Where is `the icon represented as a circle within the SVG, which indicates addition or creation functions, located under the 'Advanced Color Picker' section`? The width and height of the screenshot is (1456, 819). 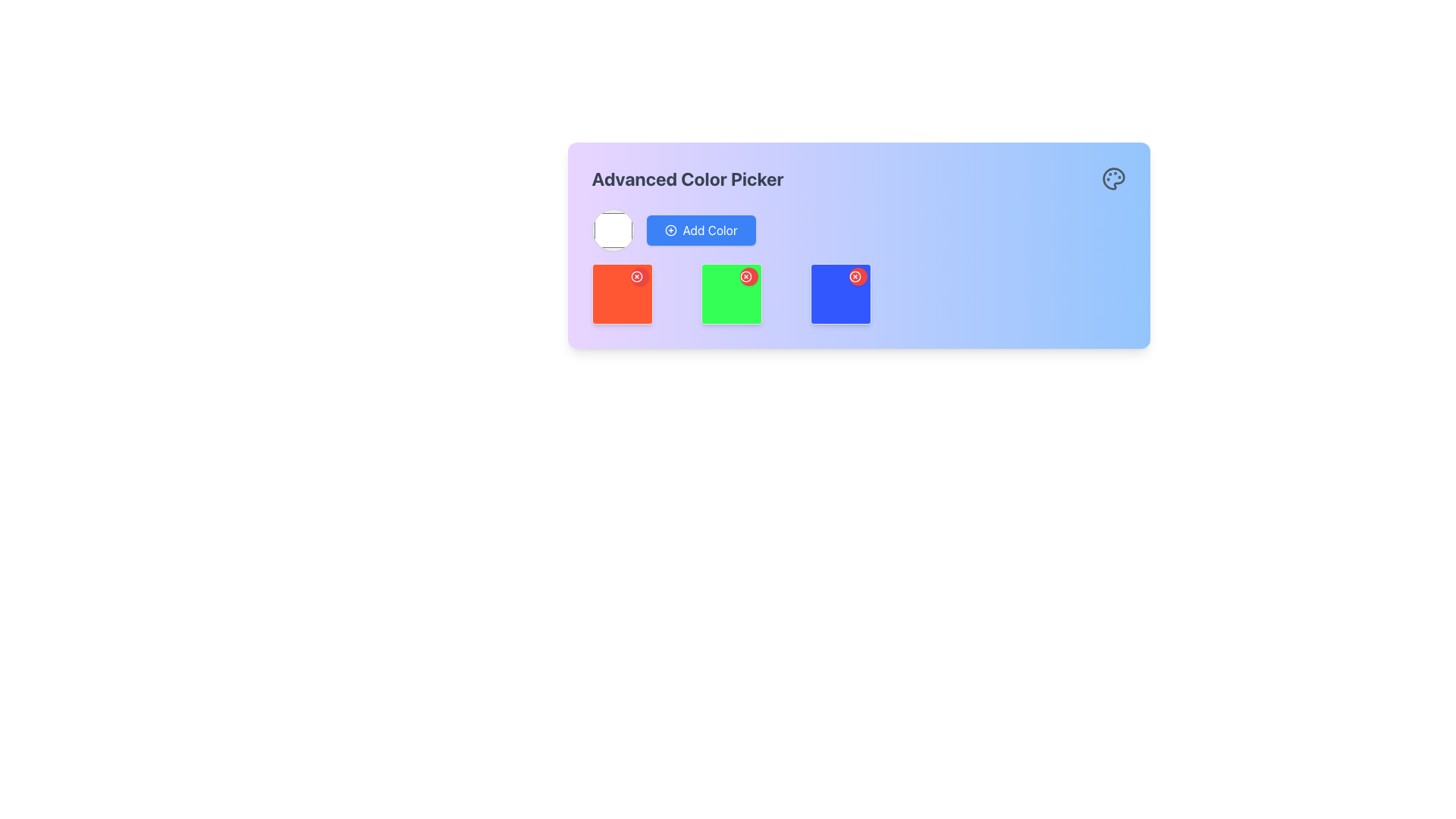
the icon represented as a circle within the SVG, which indicates addition or creation functions, located under the 'Advanced Color Picker' section is located at coordinates (670, 231).